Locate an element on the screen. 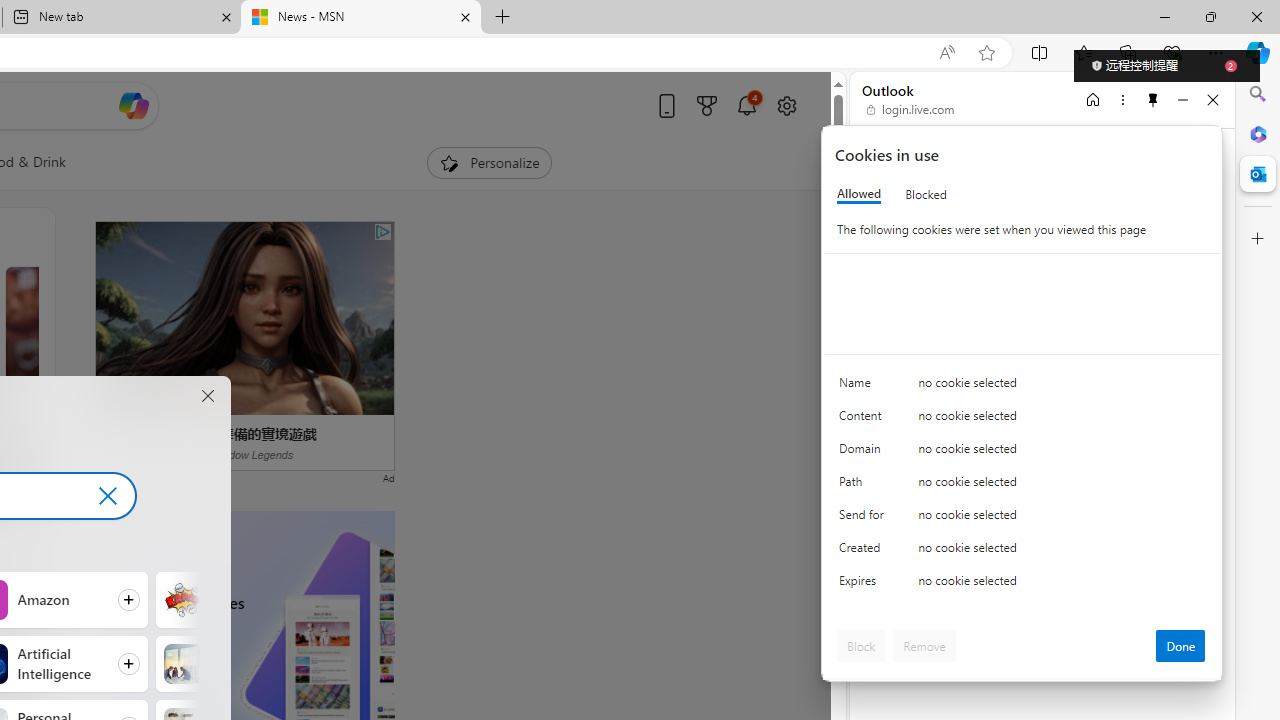 The height and width of the screenshot is (720, 1280). 'Split screen' is located at coordinates (1040, 51).